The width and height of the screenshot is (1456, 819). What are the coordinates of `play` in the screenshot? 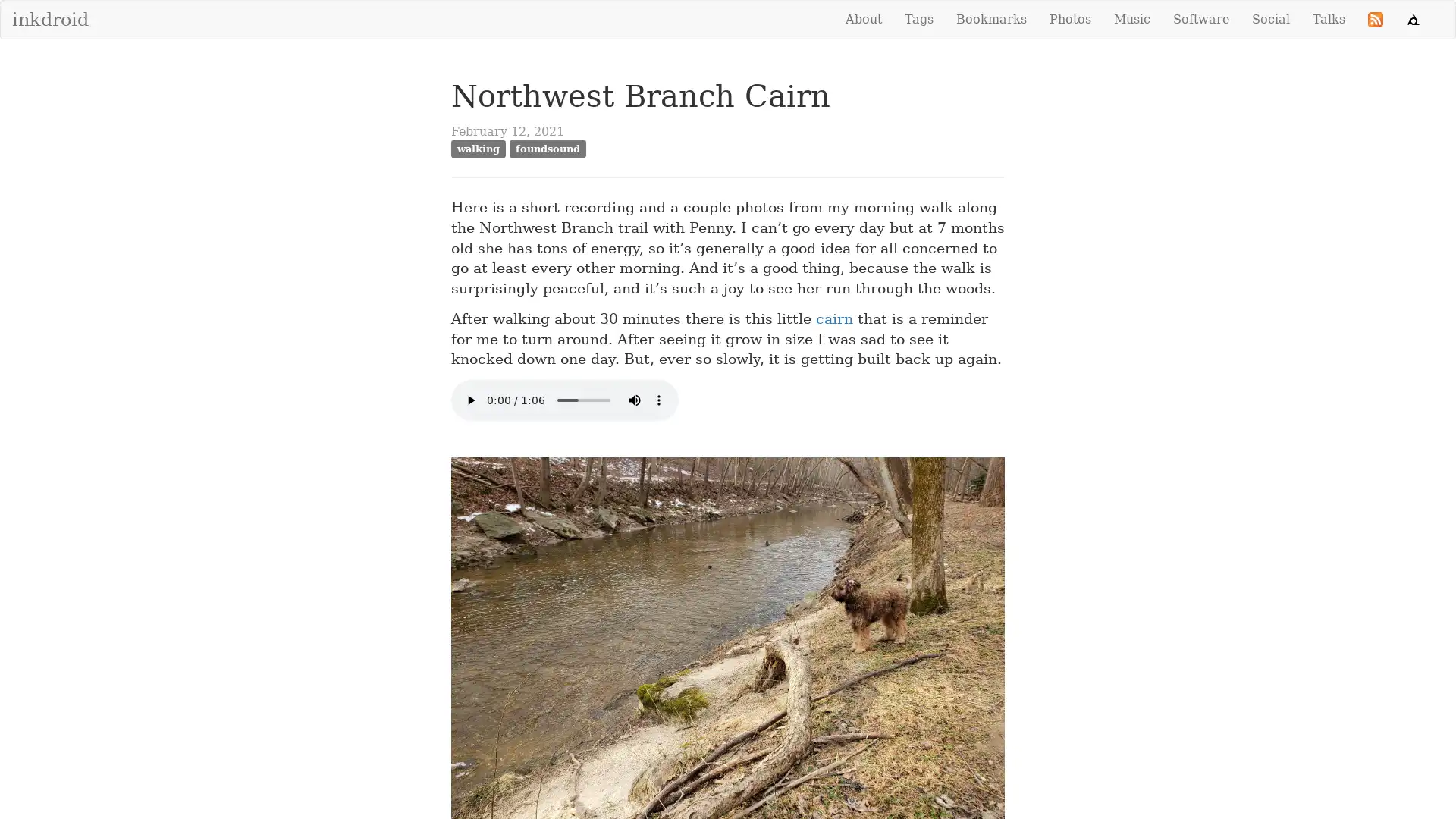 It's located at (469, 400).